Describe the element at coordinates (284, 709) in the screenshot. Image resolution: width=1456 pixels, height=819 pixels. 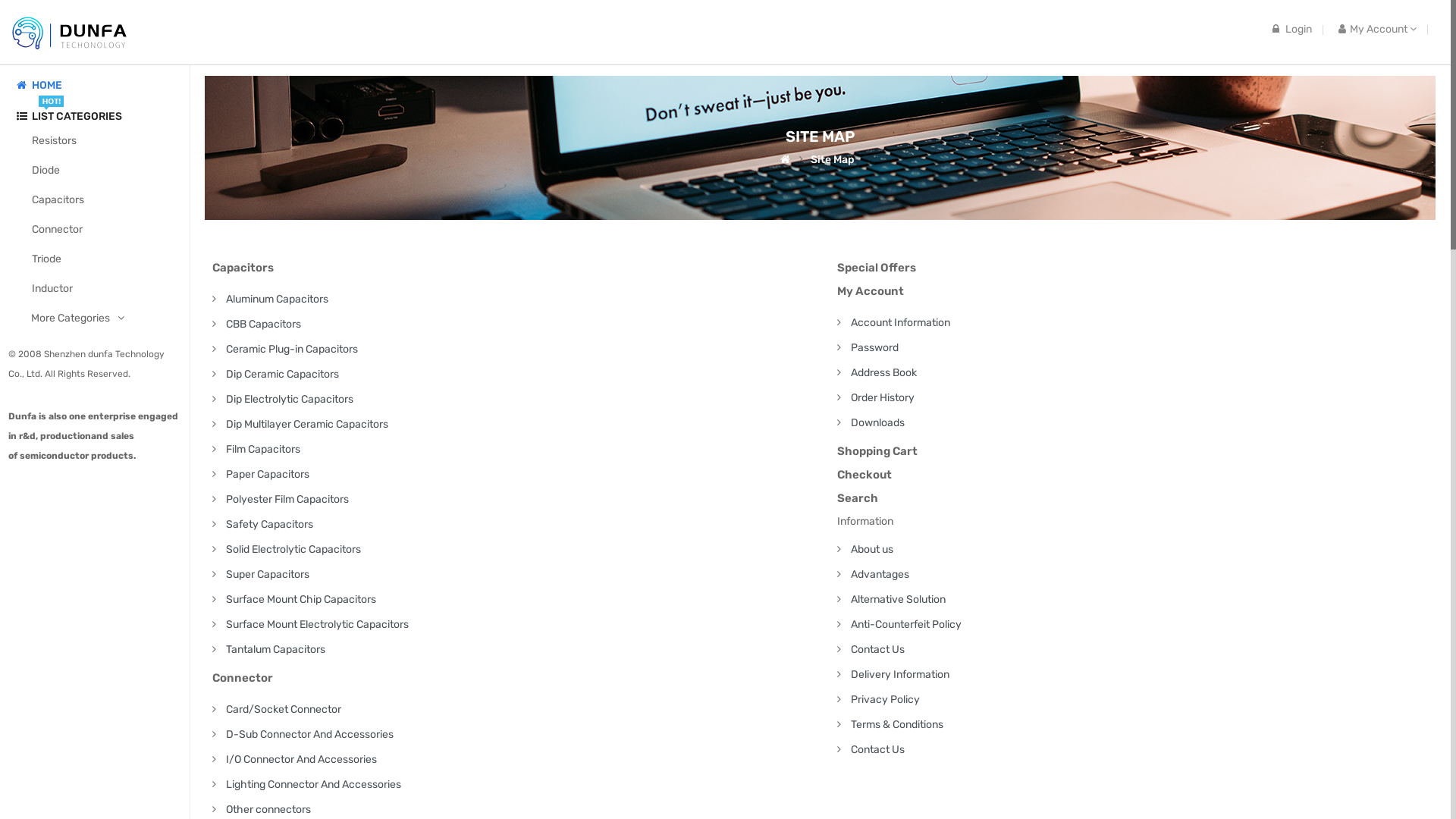
I see `'Card/Socket Connector'` at that location.